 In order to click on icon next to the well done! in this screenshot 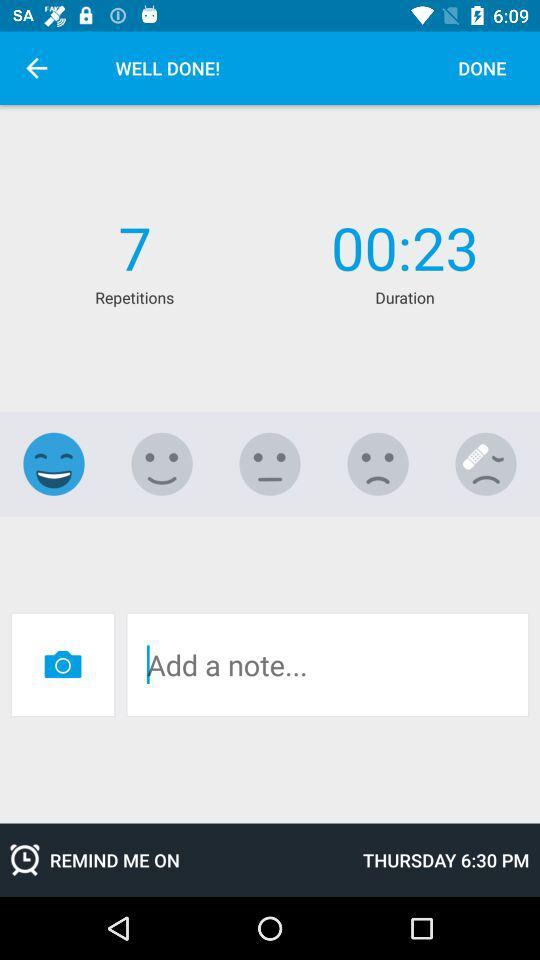, I will do `click(36, 68)`.